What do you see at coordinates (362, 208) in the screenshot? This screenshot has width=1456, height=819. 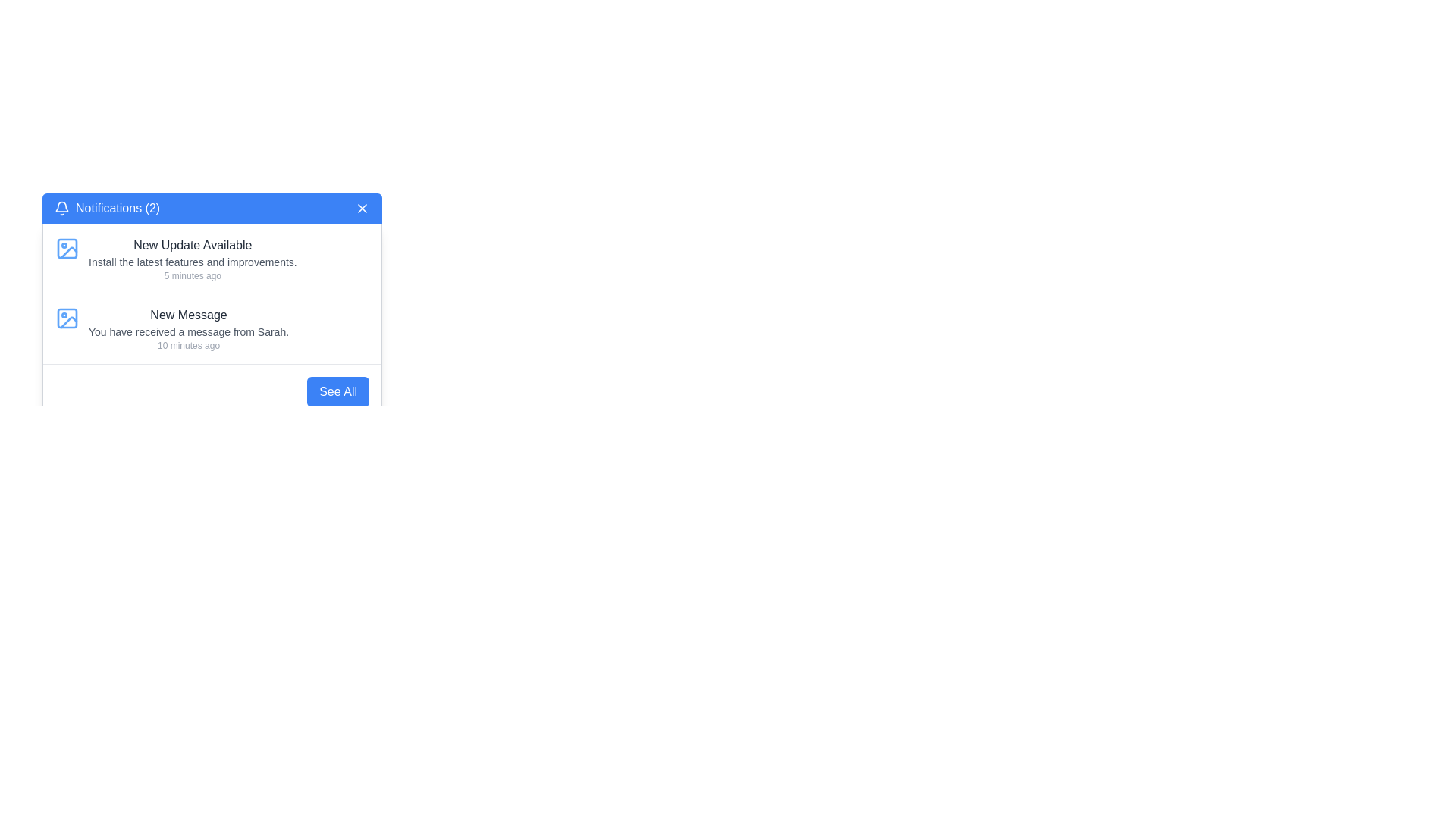 I see `the close button with an 'X' icon located at the top right corner of the 'Notifications (2)' header to trigger the tooltip or visual feedback` at bounding box center [362, 208].